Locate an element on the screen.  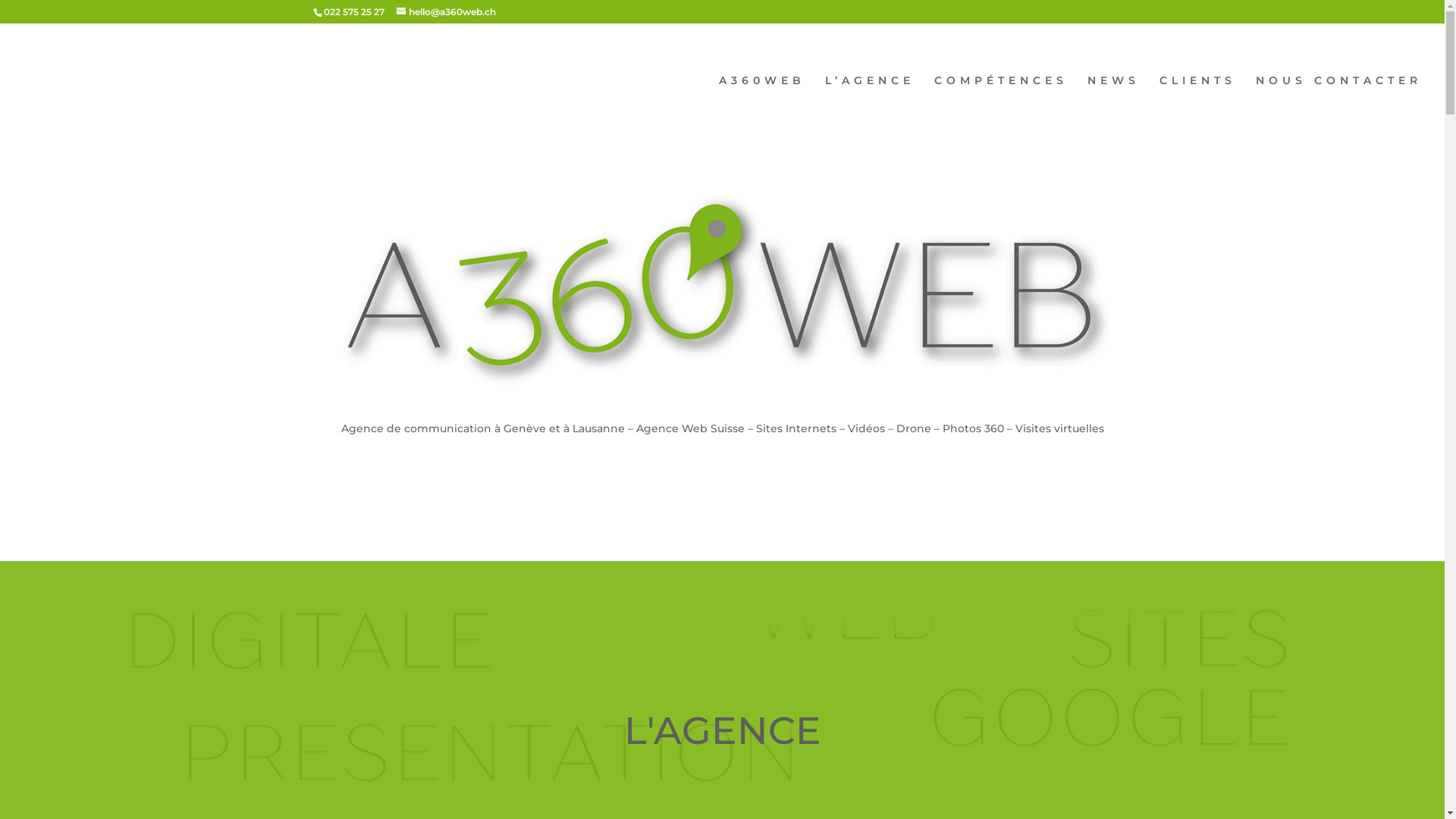
'NEWS' is located at coordinates (1113, 105).